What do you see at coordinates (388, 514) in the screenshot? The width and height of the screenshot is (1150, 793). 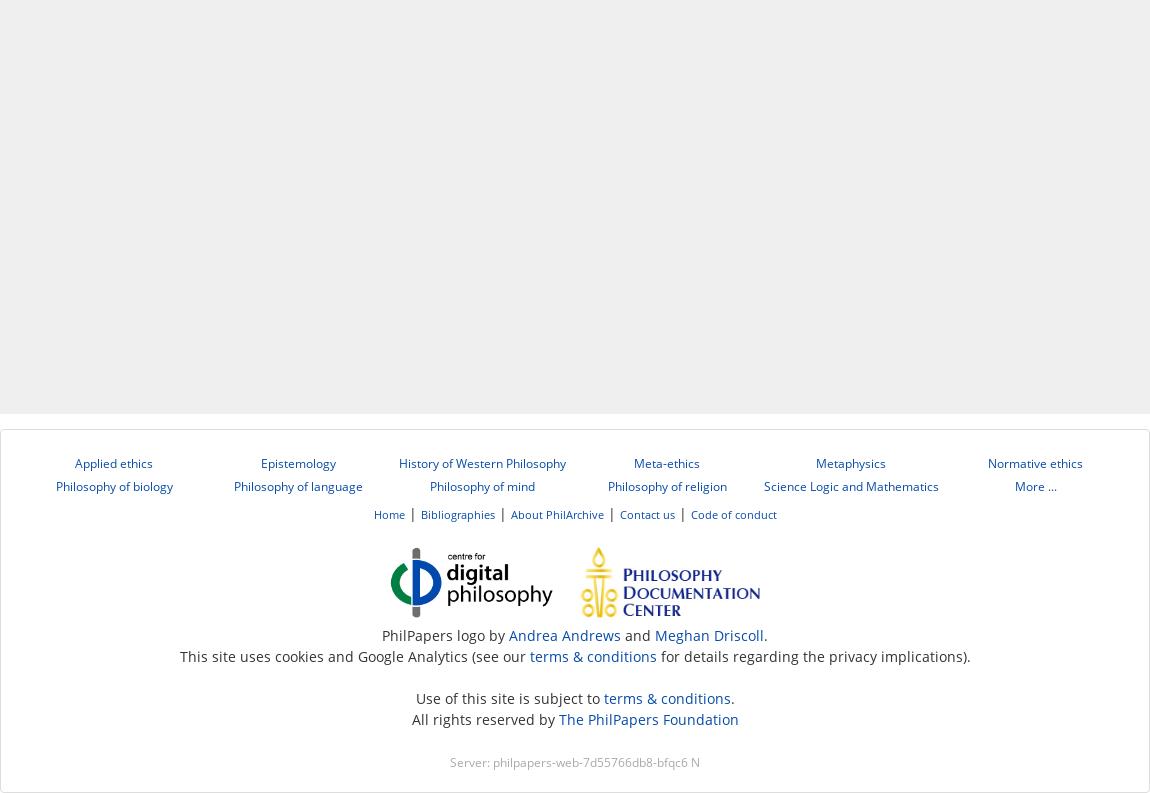 I see `'Home'` at bounding box center [388, 514].